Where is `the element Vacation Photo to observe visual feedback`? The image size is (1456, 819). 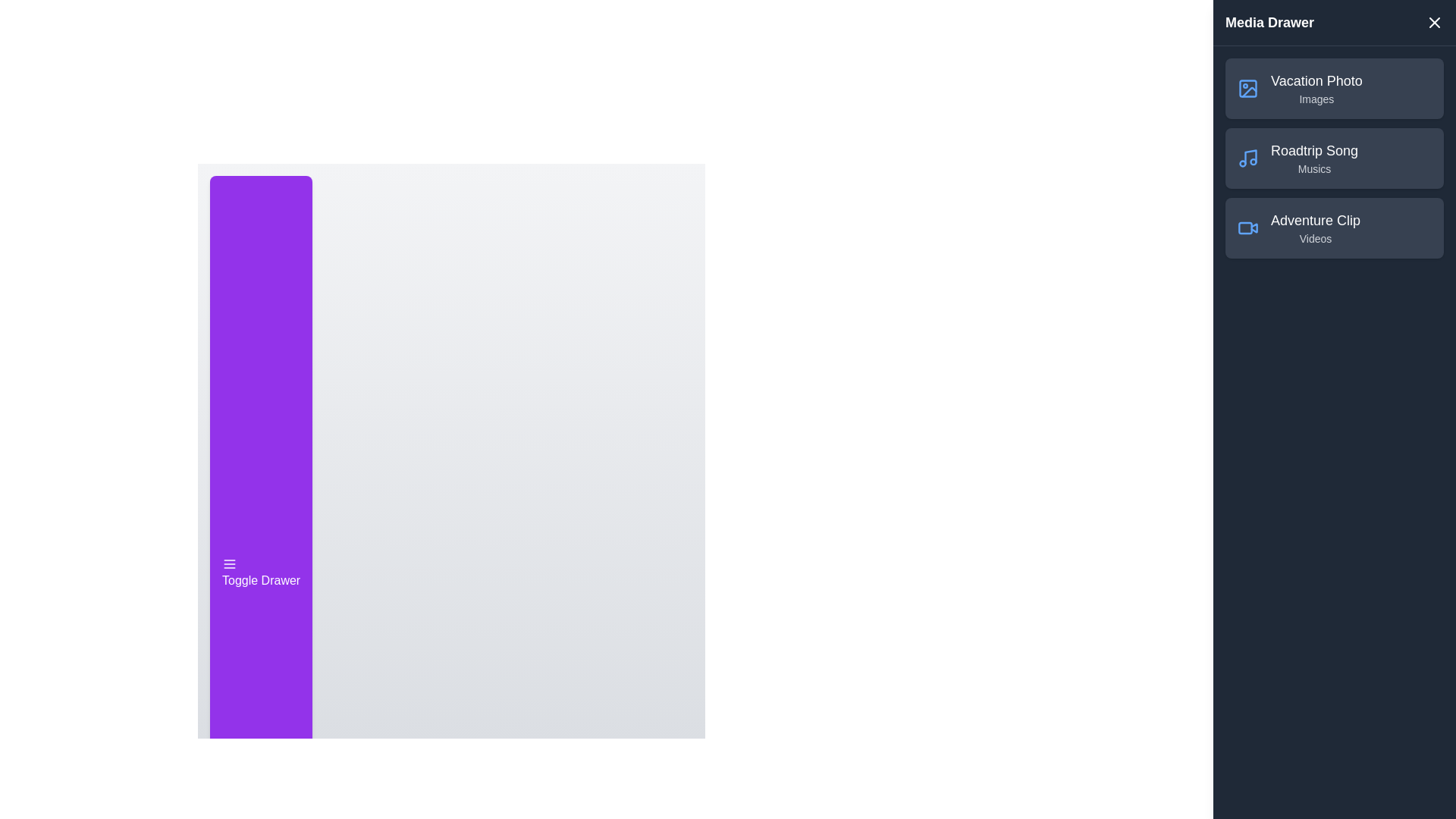
the element Vacation Photo to observe visual feedback is located at coordinates (1248, 88).